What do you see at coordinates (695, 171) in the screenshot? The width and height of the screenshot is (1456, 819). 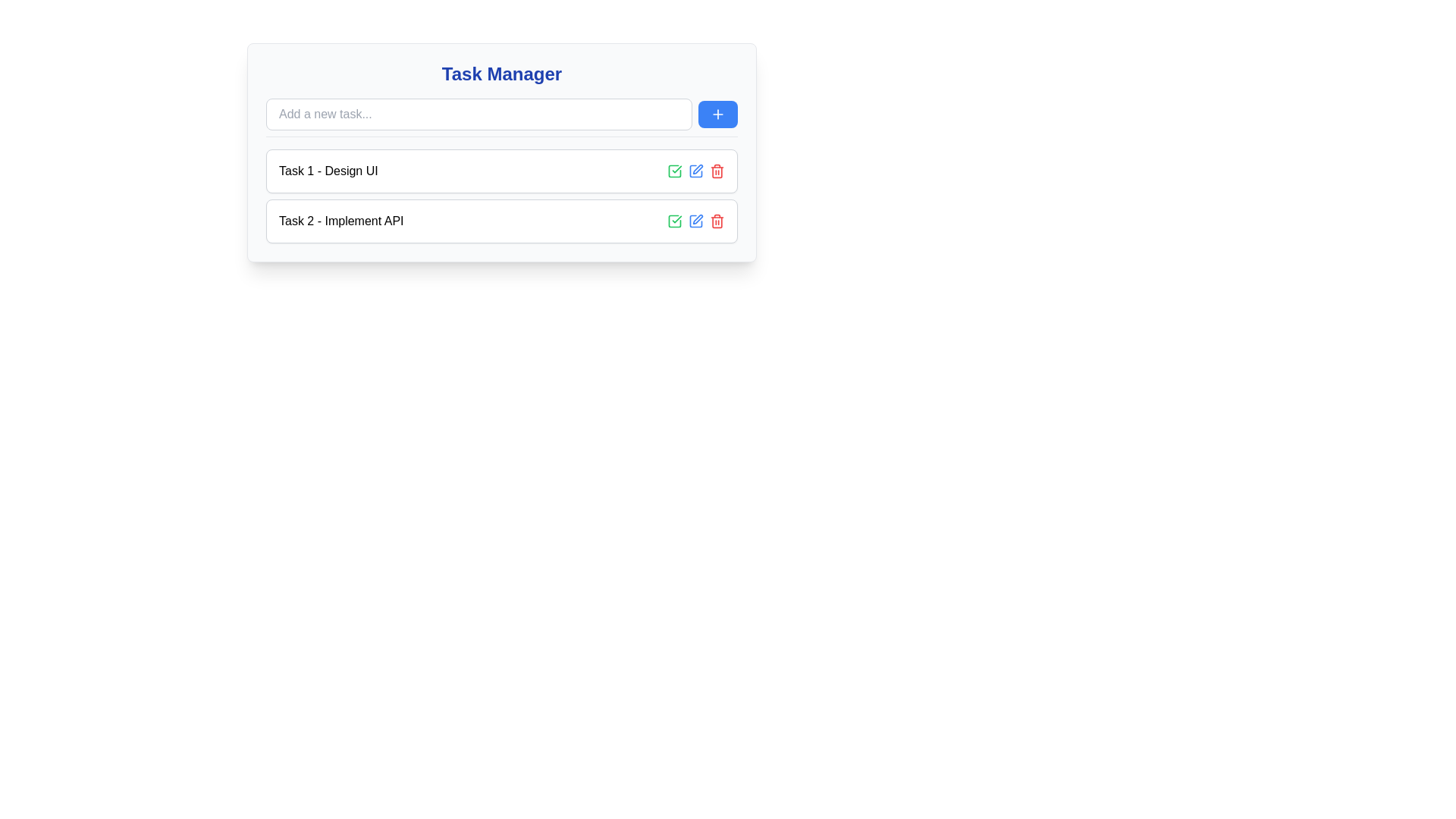 I see `the edit button` at bounding box center [695, 171].